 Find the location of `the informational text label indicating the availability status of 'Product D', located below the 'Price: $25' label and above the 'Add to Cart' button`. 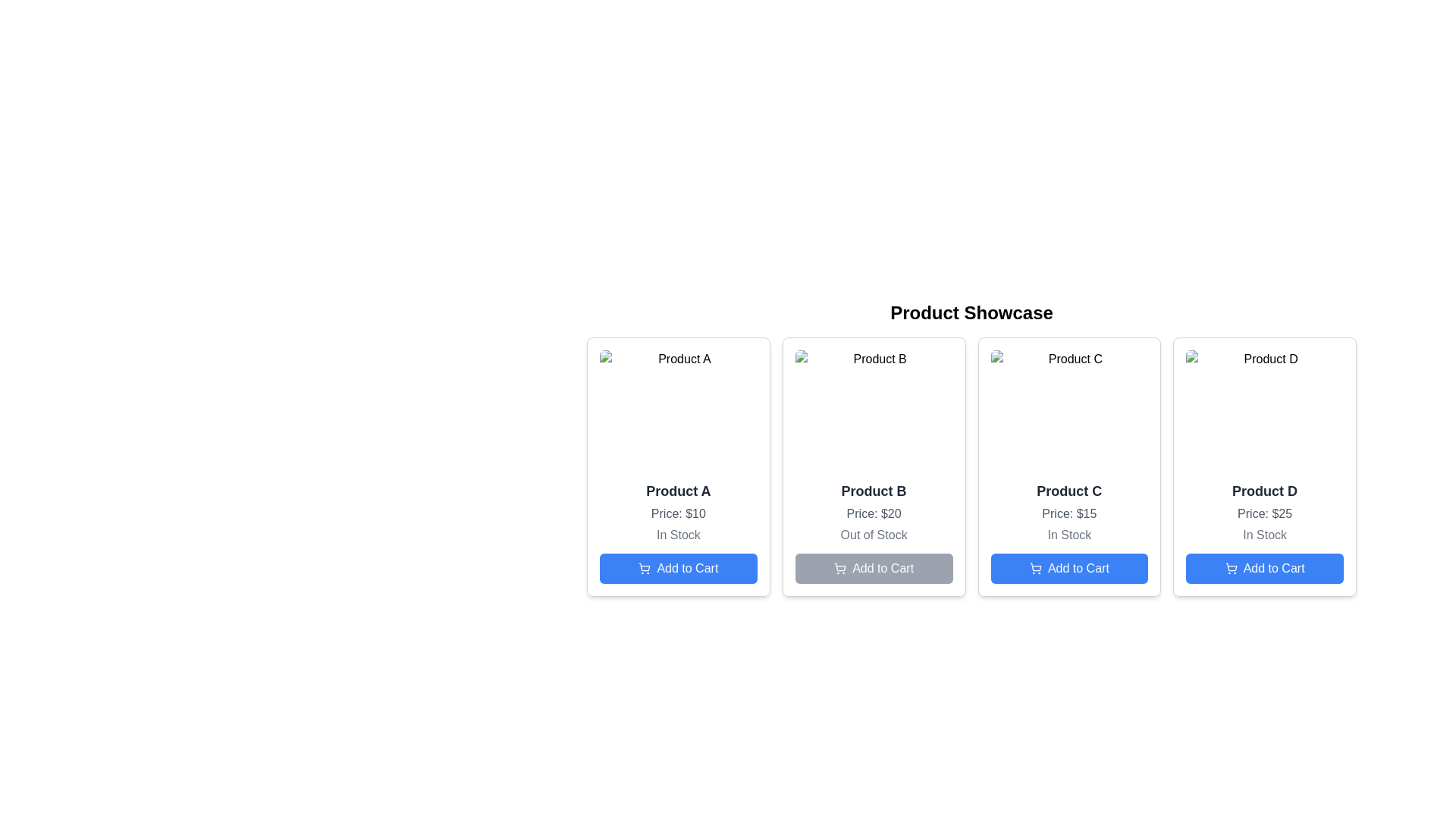

the informational text label indicating the availability status of 'Product D', located below the 'Price: $25' label and above the 'Add to Cart' button is located at coordinates (1265, 534).